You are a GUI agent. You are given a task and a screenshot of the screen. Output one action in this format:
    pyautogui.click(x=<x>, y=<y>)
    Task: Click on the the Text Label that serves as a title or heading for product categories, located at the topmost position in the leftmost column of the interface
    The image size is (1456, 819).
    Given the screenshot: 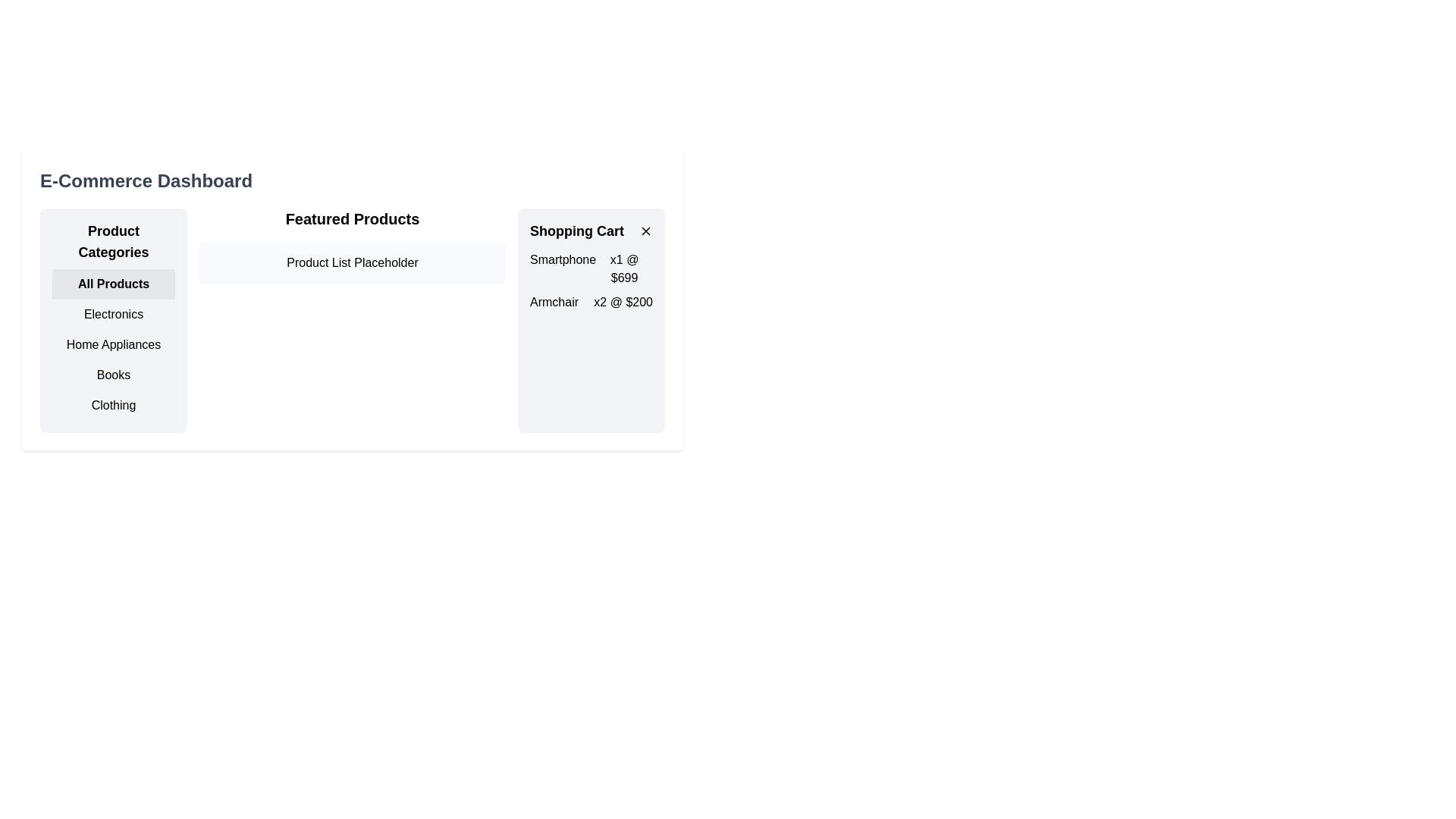 What is the action you would take?
    pyautogui.click(x=112, y=241)
    